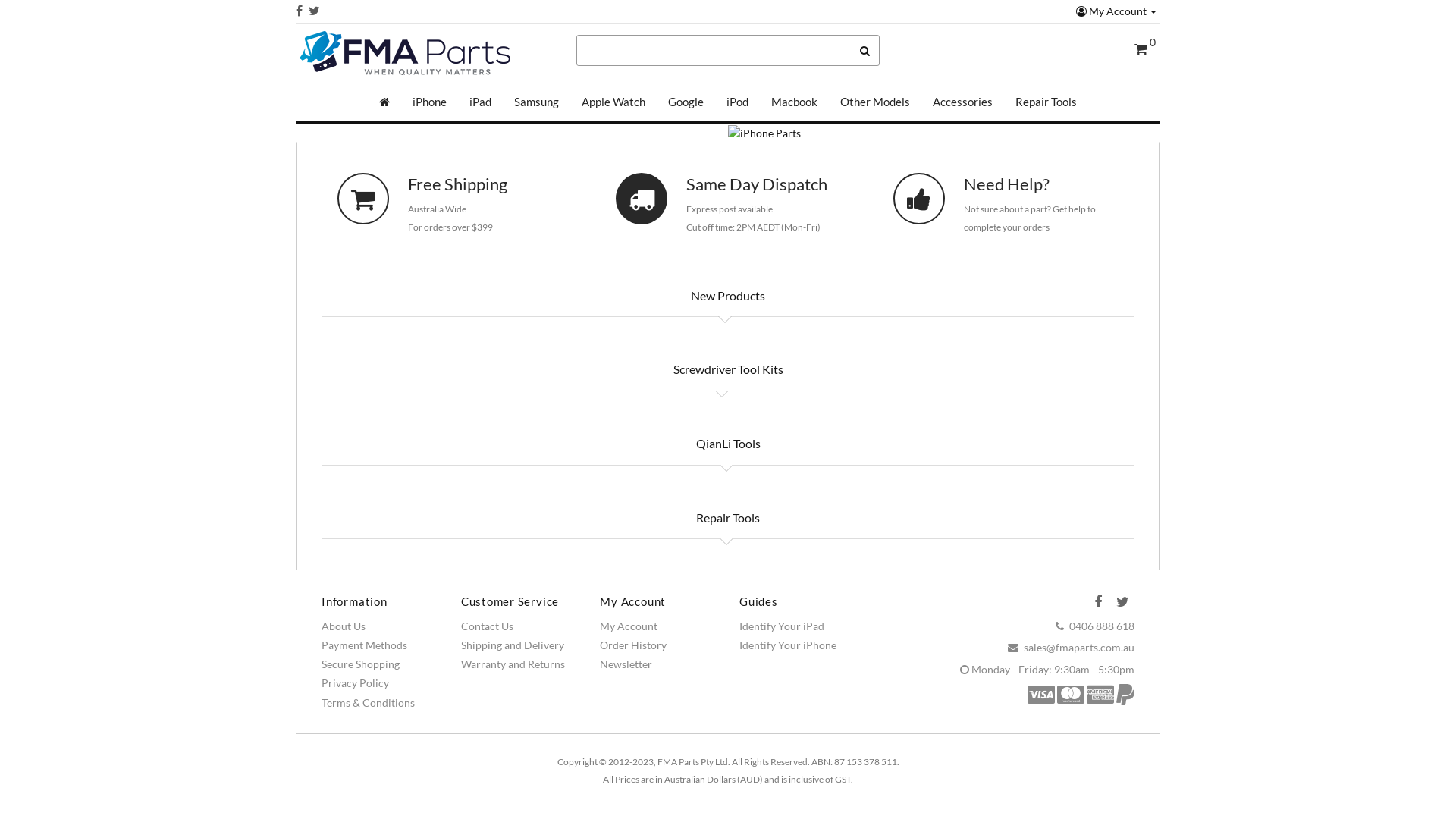 This screenshot has height=819, width=1456. What do you see at coordinates (787, 645) in the screenshot?
I see `'Identify Your iPhone'` at bounding box center [787, 645].